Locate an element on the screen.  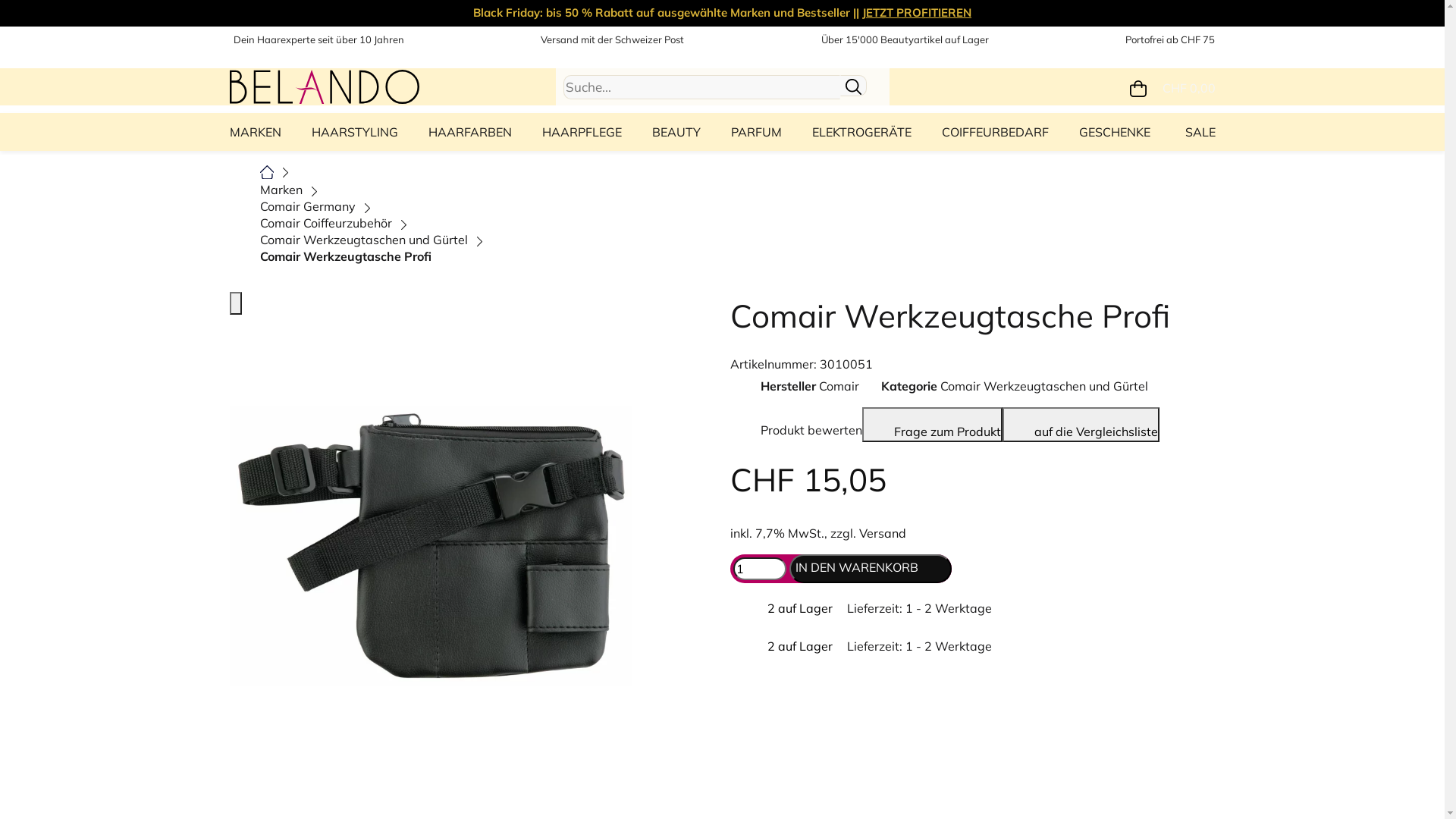
'COIFFEURBEDARF' is located at coordinates (995, 130).